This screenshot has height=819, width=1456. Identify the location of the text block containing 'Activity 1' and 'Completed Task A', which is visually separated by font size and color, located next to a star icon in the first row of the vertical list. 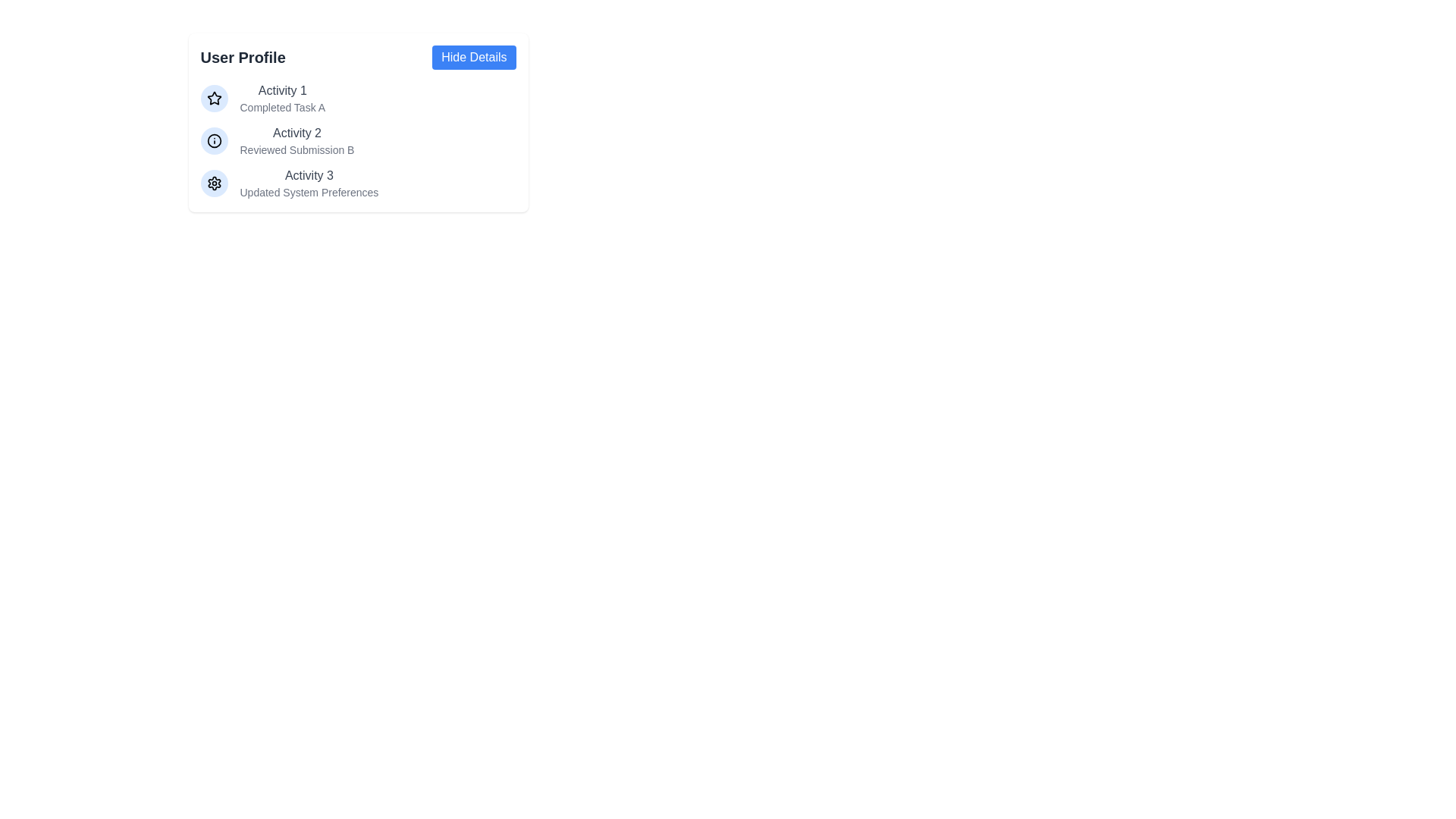
(282, 99).